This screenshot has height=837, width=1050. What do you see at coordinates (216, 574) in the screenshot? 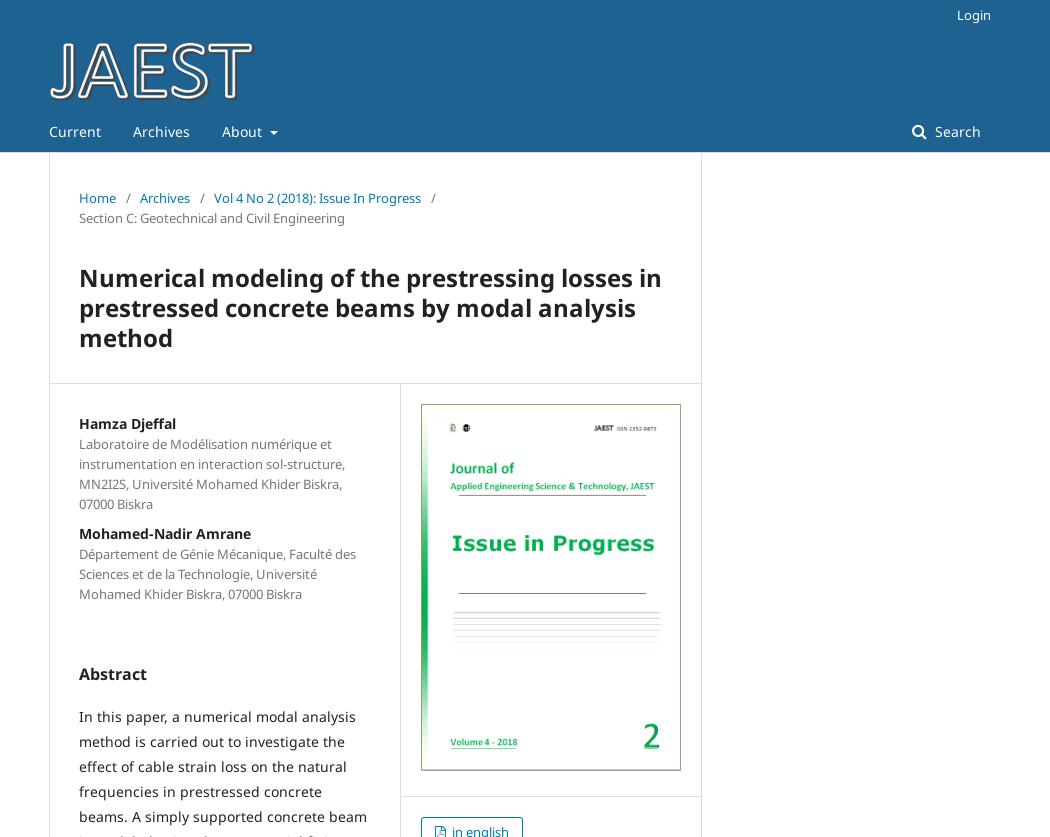
I see `'Département de Génie Mécanique, Faculté des Sciences et de la Technologie, Université Mohamed Khider Biskra, 07000 Biskra'` at bounding box center [216, 574].